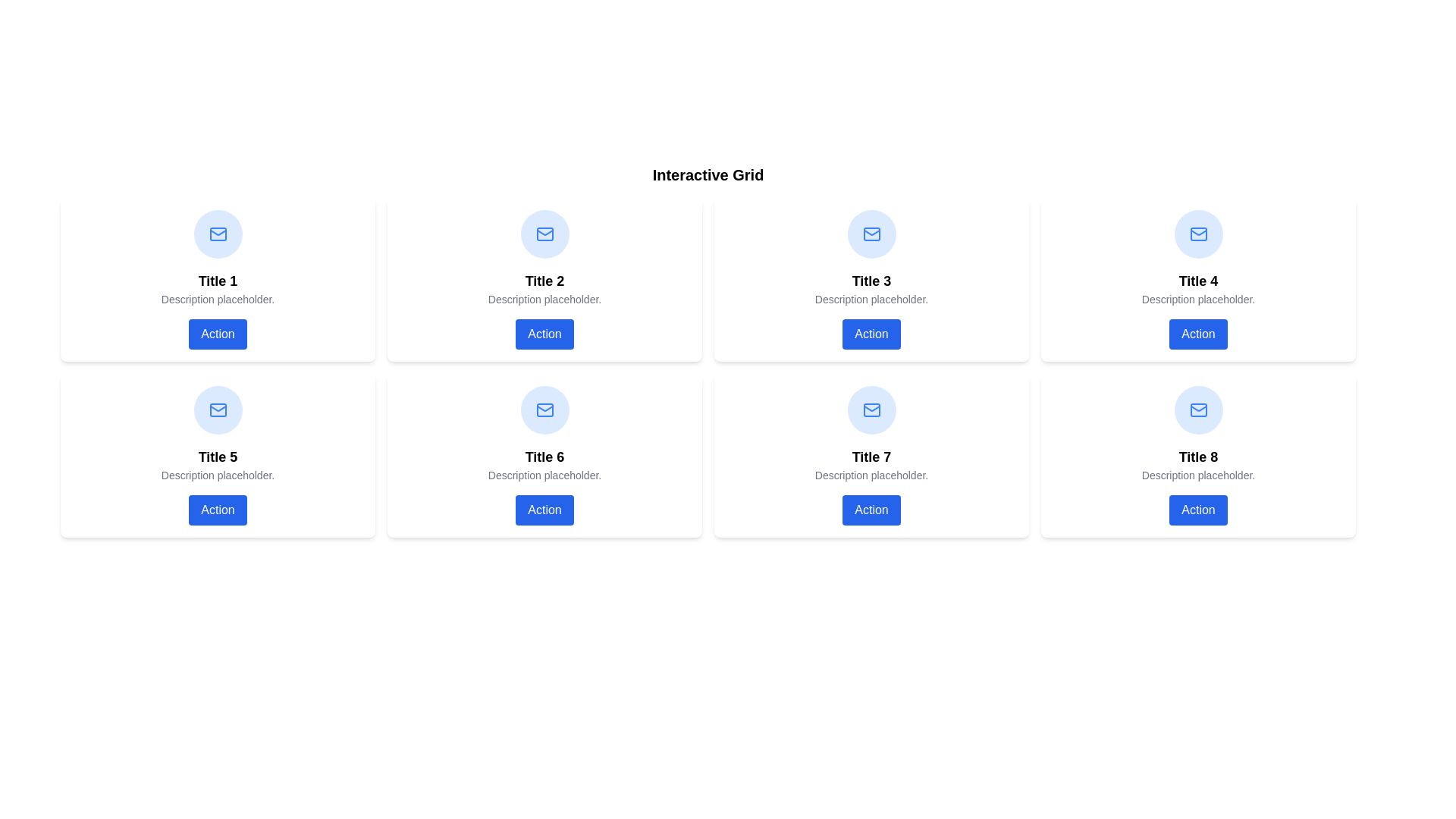 This screenshot has width=1456, height=819. What do you see at coordinates (217, 234) in the screenshot?
I see `the blue circular icon with a mail symbol inside, located at the top center of the card titled 'Title 1'` at bounding box center [217, 234].